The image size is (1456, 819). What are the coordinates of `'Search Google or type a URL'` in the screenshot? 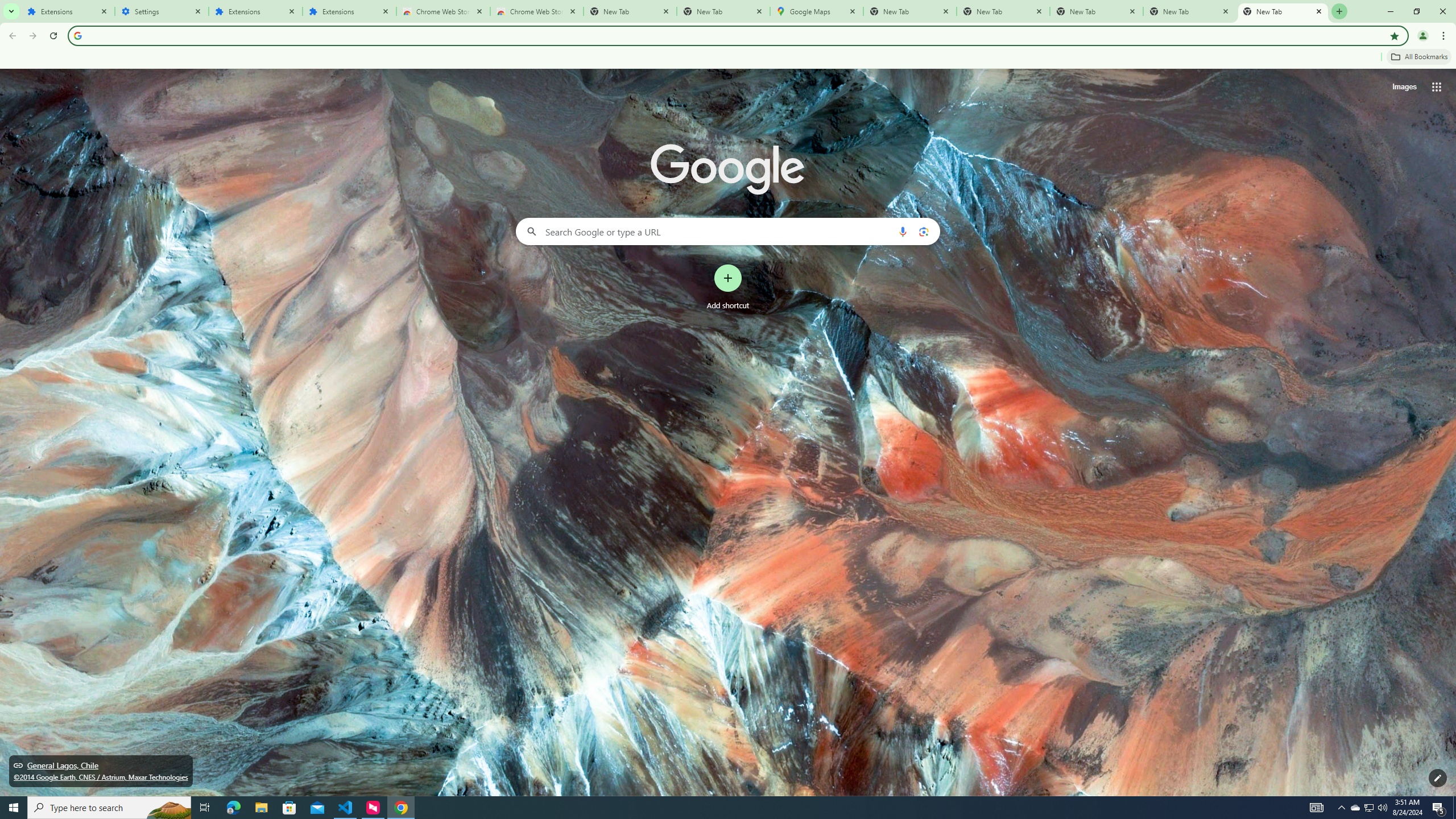 It's located at (728, 230).